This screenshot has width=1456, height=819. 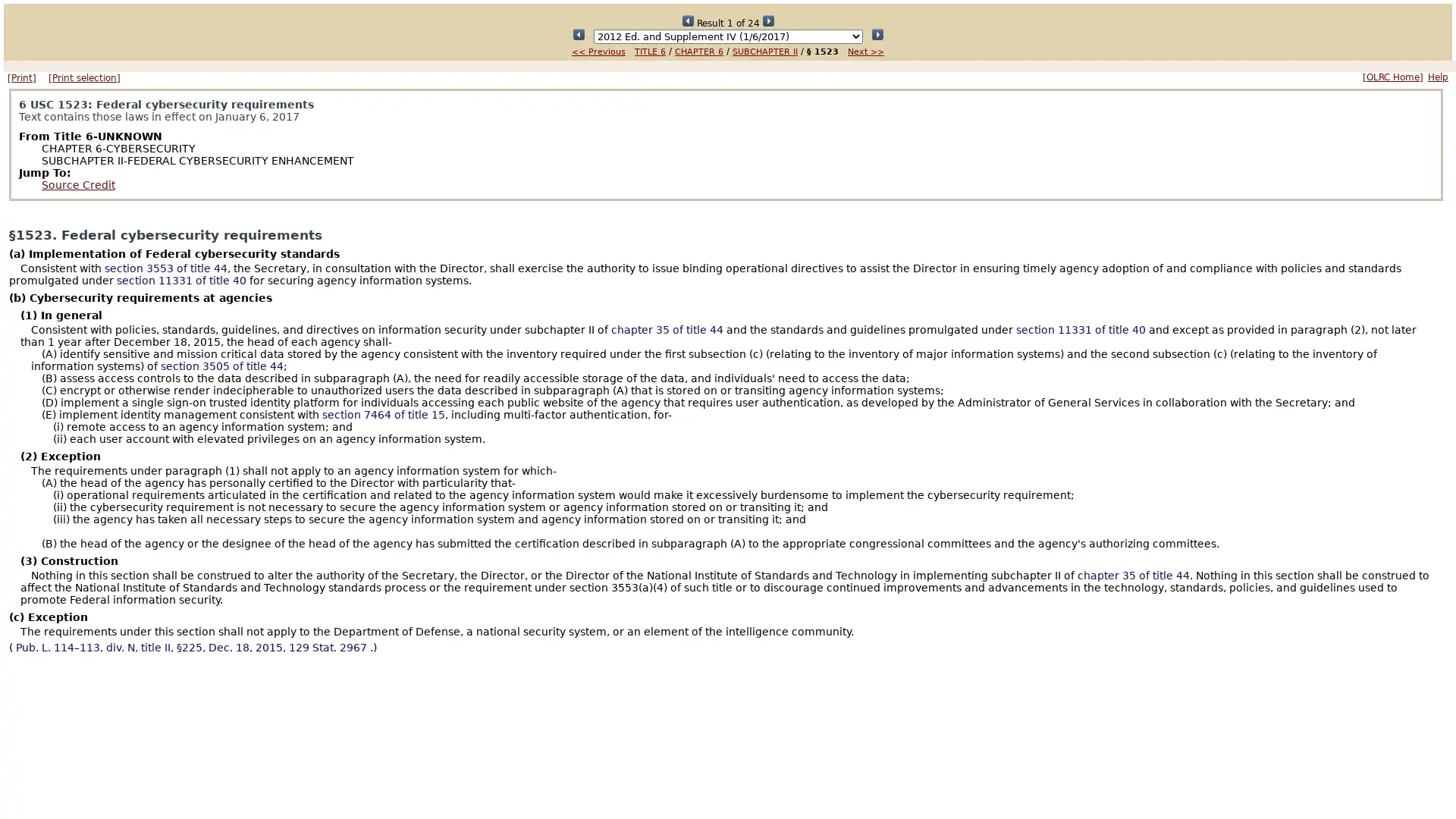 I want to click on Submit, so click(x=577, y=34).